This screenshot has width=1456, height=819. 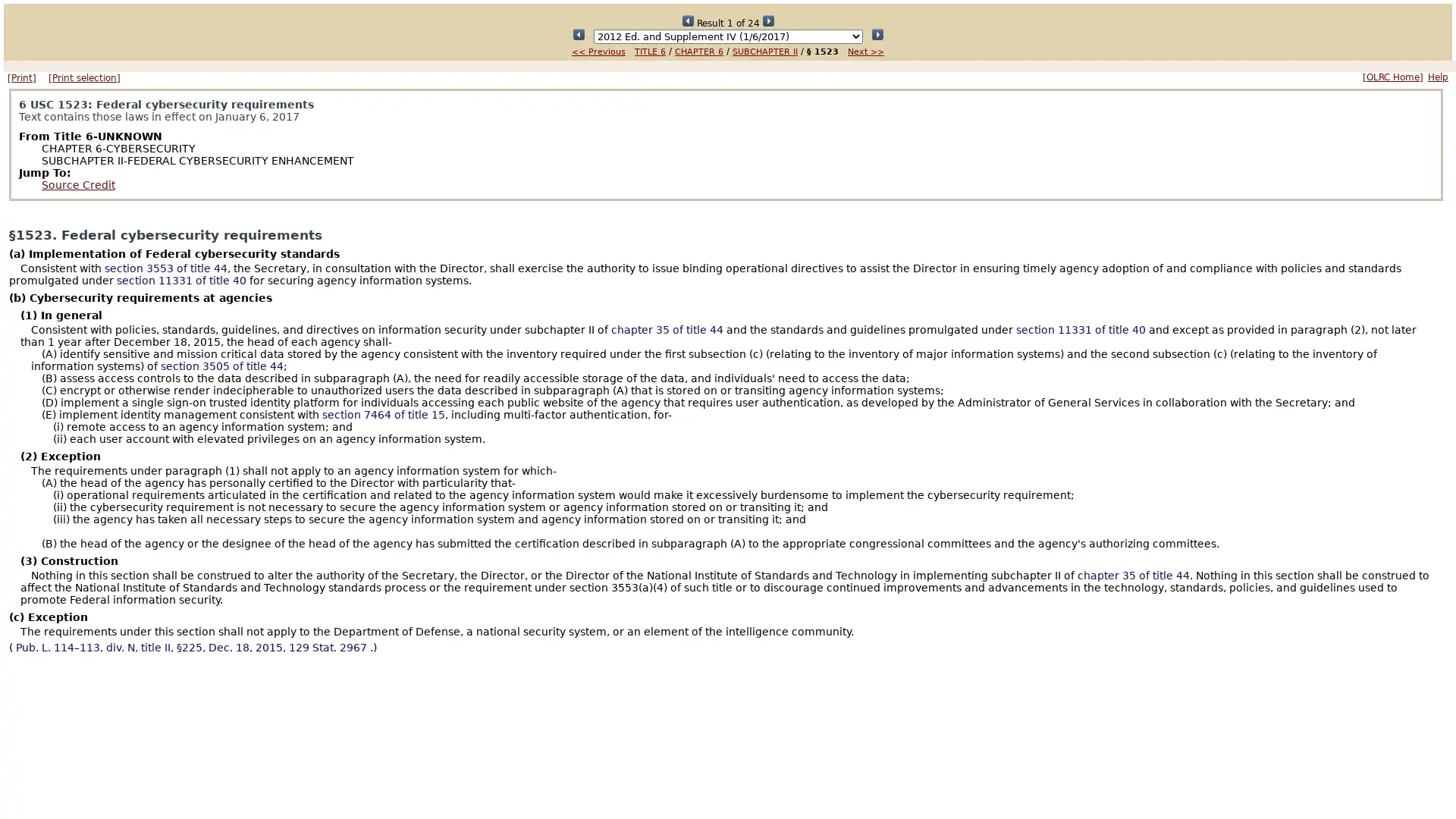 I want to click on Submit, so click(x=577, y=34).